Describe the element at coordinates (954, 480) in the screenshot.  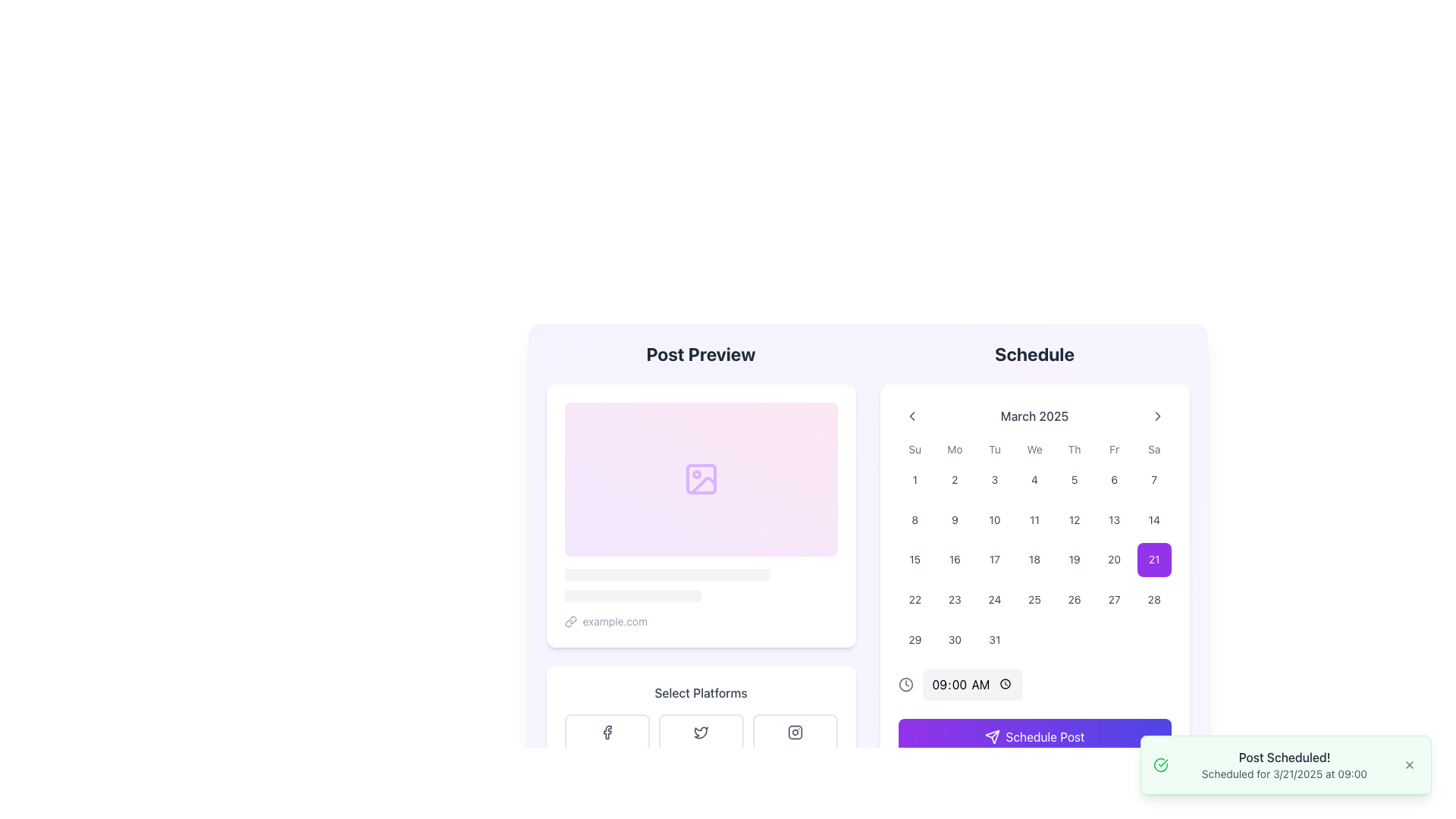
I see `the selectable calendar day button representing the date '2', located under the 'Mo' column header in the calendar grid layout` at that location.